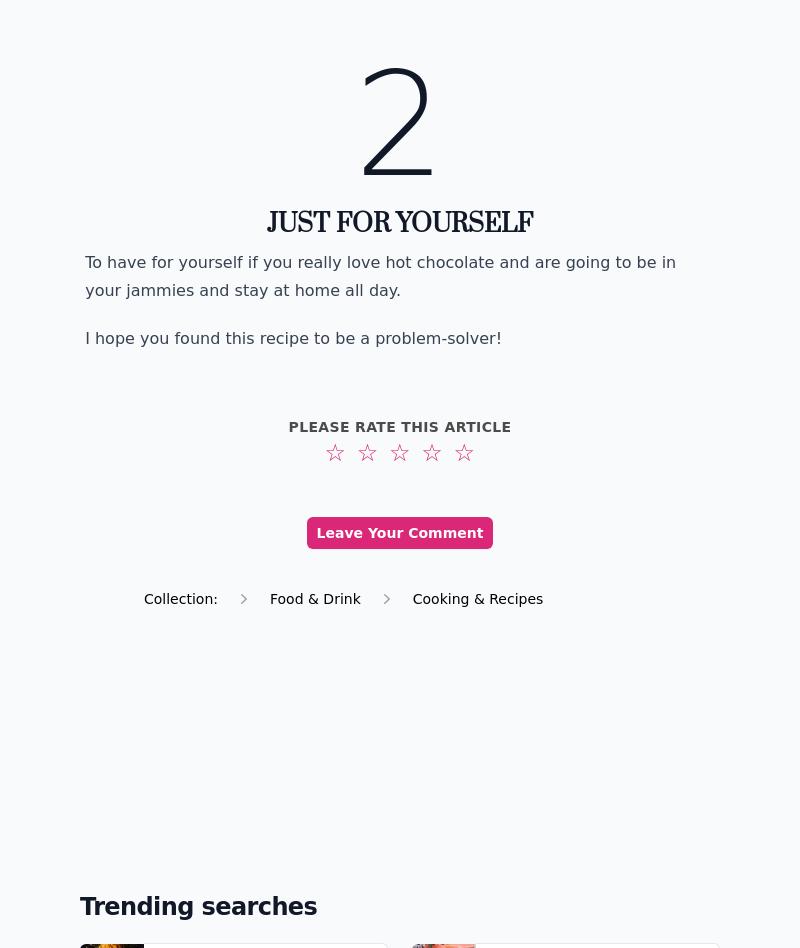 The height and width of the screenshot is (948, 800). What do you see at coordinates (398, 124) in the screenshot?
I see `'2'` at bounding box center [398, 124].